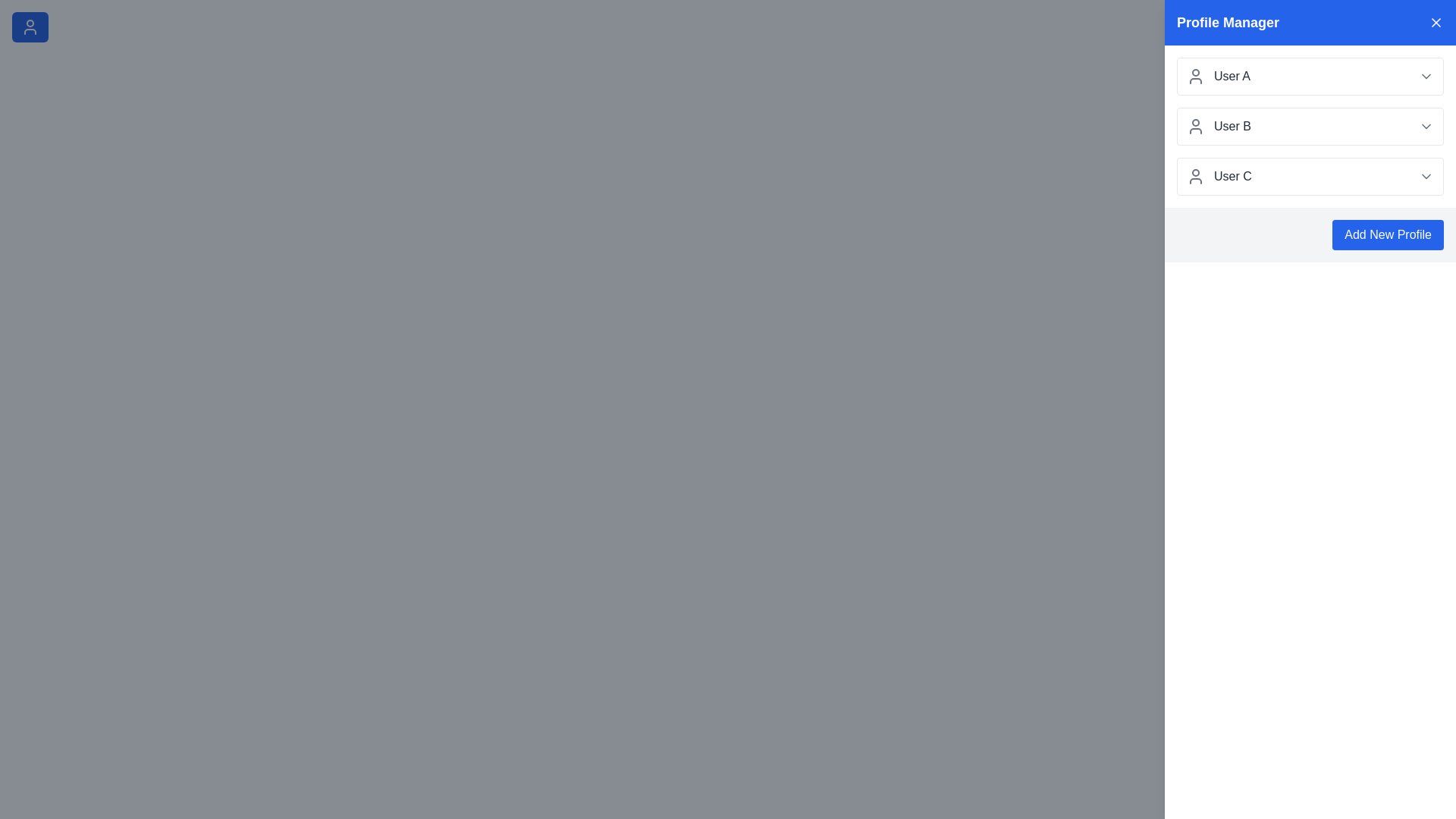  I want to click on the 'Add New User' button located at the bottom-right corner of the 'Profile Manager' section to observe its visual hover effect, so click(1388, 234).